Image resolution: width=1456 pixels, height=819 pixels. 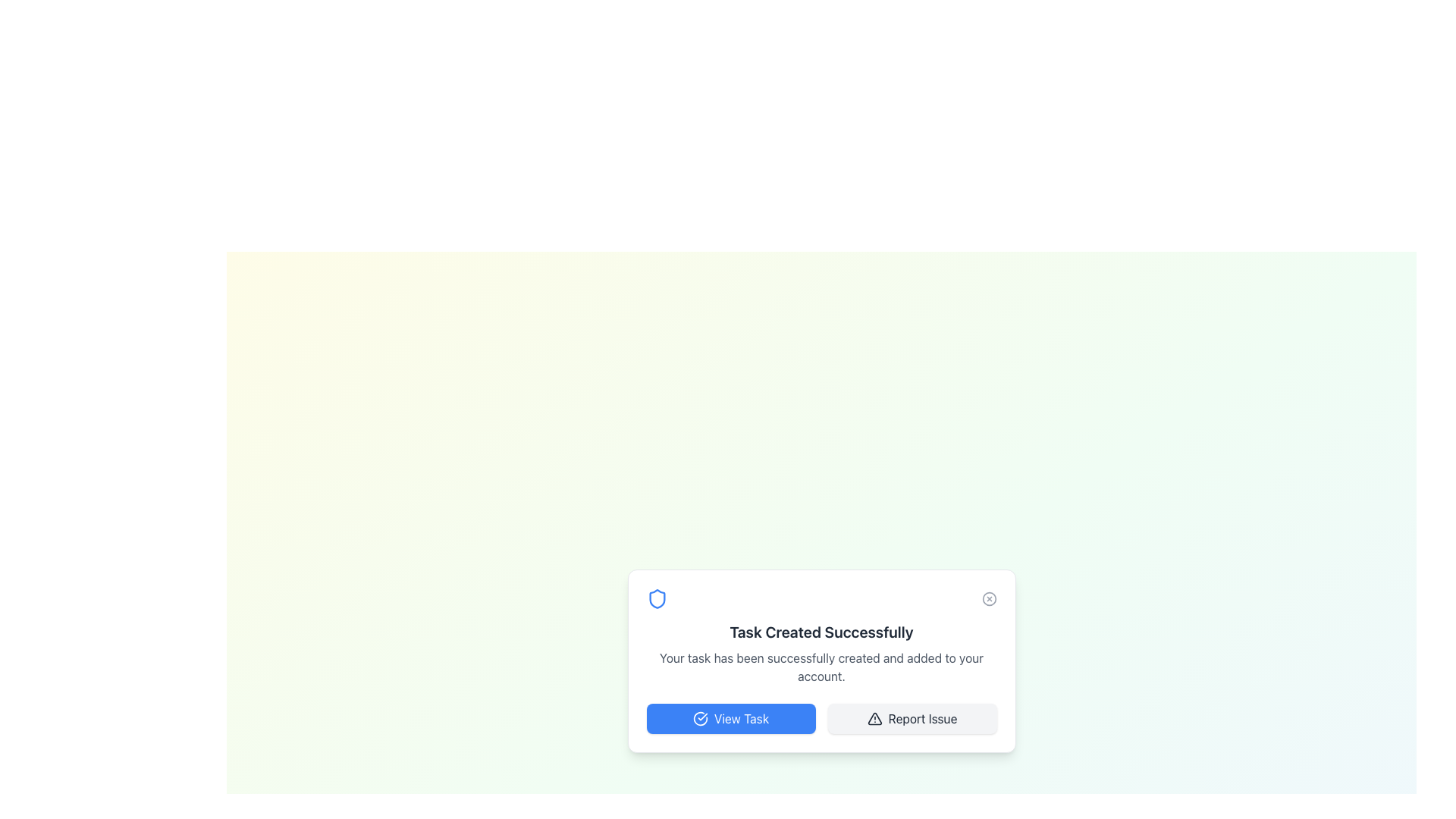 What do you see at coordinates (821, 652) in the screenshot?
I see `the Notification text block that informs the user about the successful creation of a task` at bounding box center [821, 652].